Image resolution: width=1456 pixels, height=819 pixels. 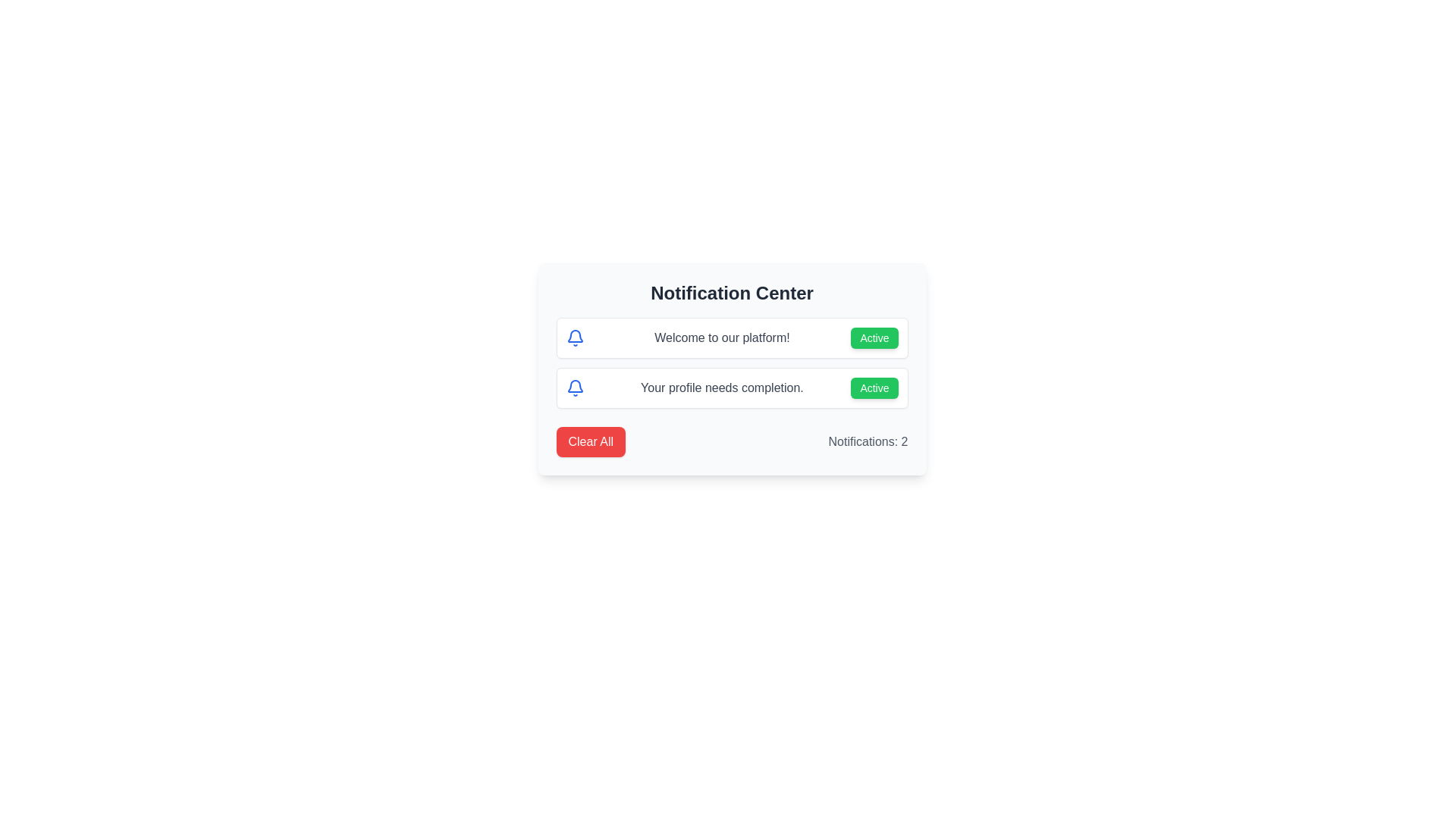 I want to click on the Text label that serves as a greeting or notification message, positioned between the bell icon and the 'Active' button in the notification card's first row, so click(x=721, y=337).